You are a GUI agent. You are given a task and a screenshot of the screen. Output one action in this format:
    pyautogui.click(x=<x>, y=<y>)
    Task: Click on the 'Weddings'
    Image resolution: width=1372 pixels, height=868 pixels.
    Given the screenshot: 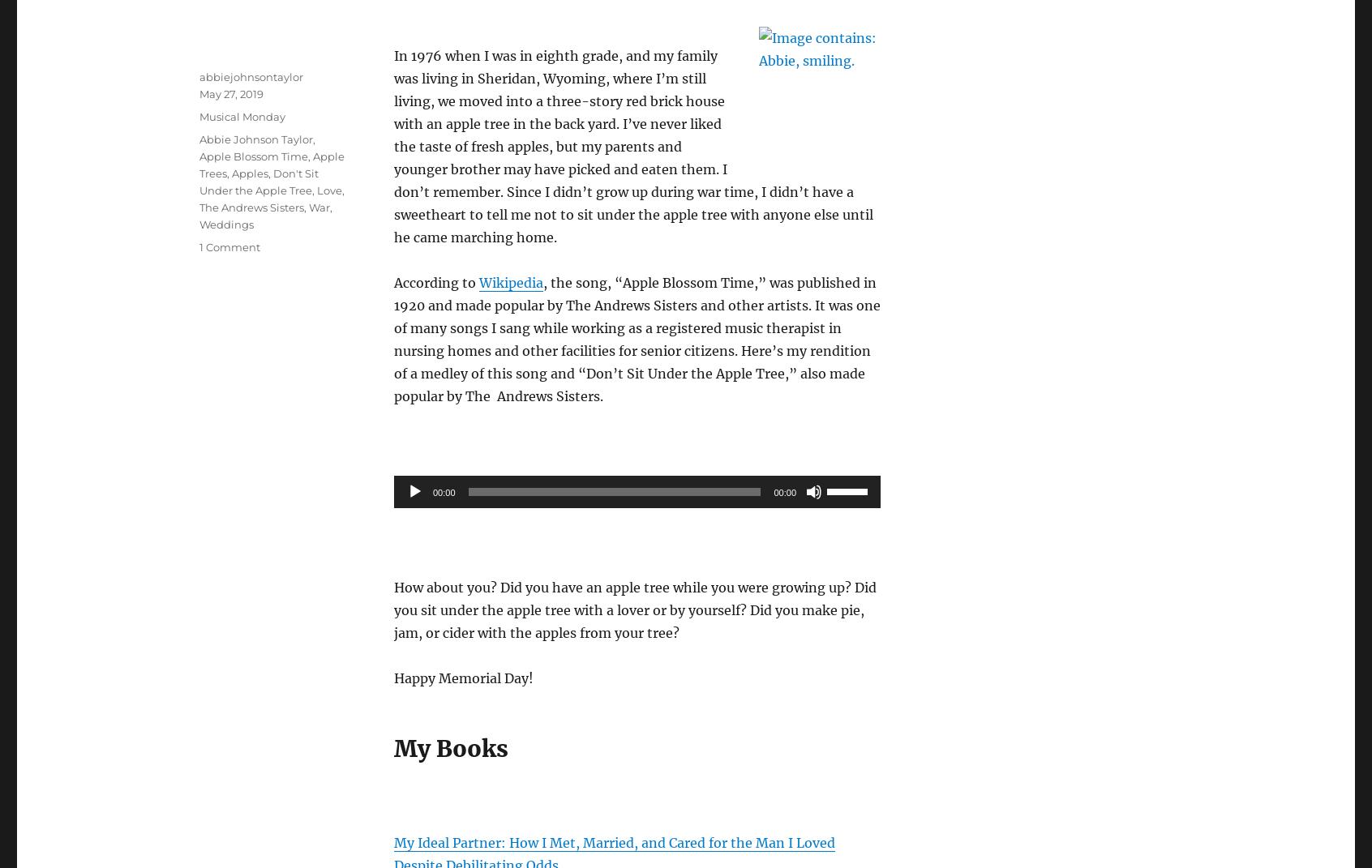 What is the action you would take?
    pyautogui.click(x=226, y=223)
    